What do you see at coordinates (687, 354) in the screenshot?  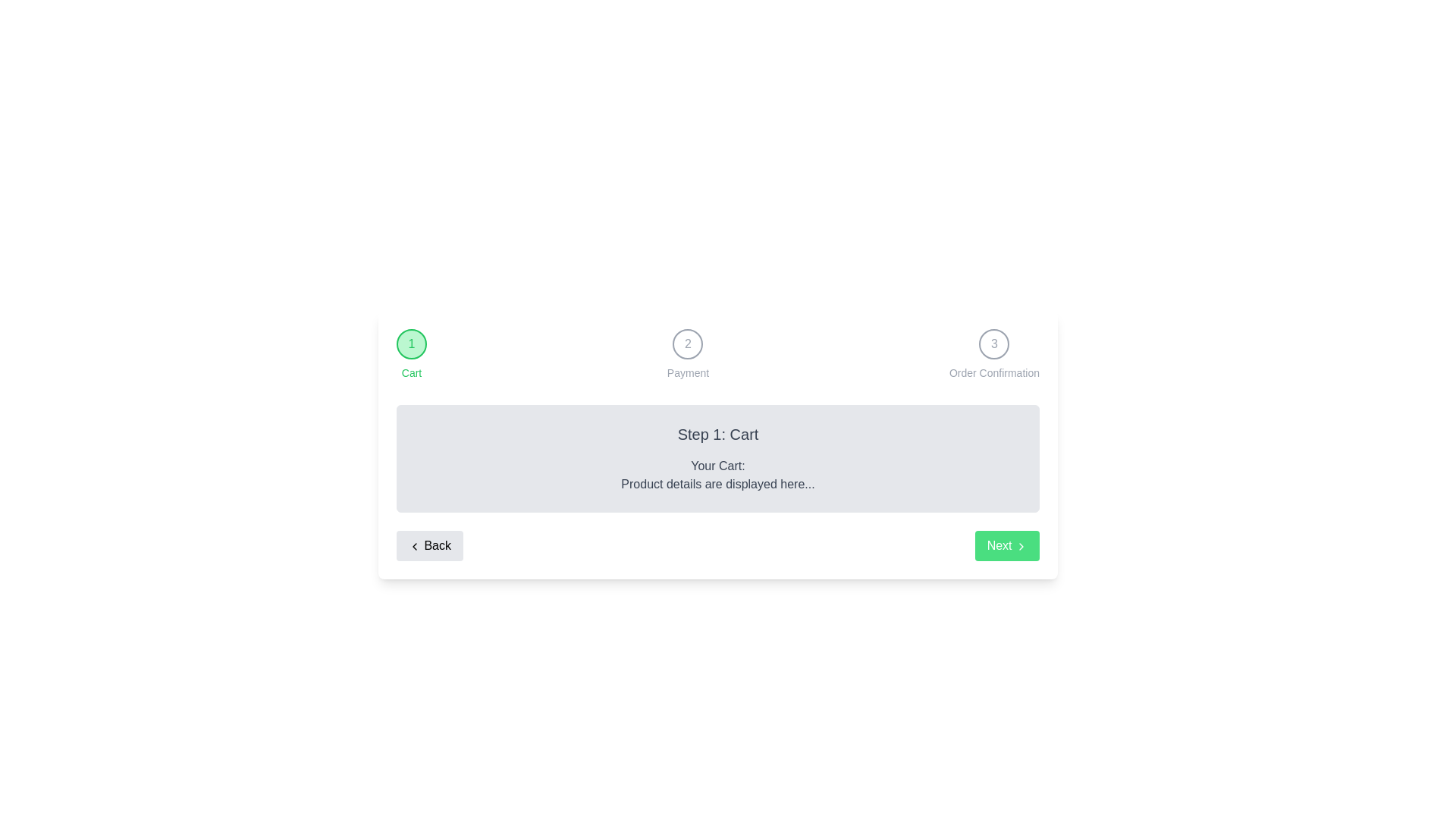 I see `the stepper elements: Payment` at bounding box center [687, 354].